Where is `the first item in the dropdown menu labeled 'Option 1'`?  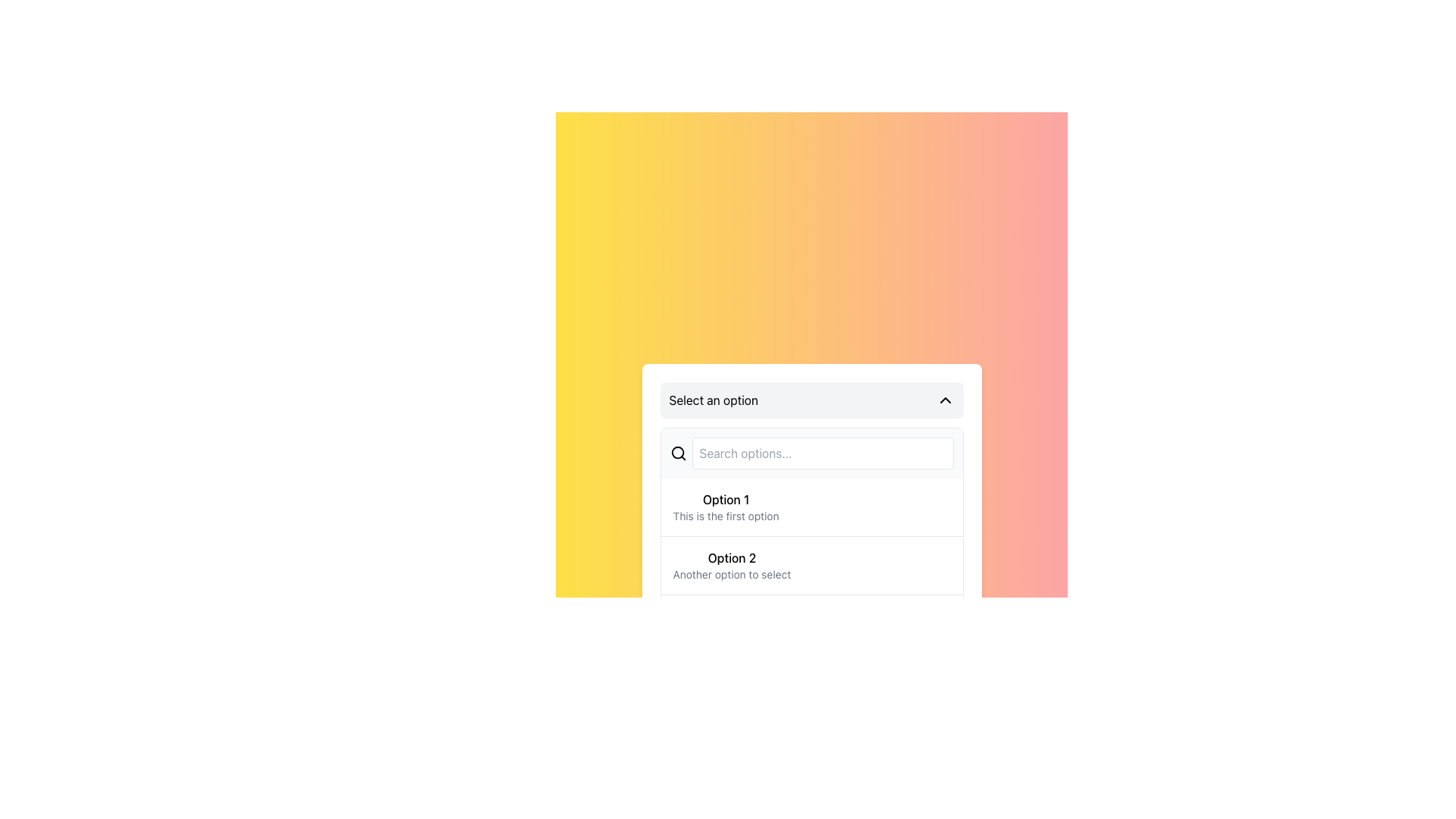 the first item in the dropdown menu labeled 'Option 1' is located at coordinates (811, 507).